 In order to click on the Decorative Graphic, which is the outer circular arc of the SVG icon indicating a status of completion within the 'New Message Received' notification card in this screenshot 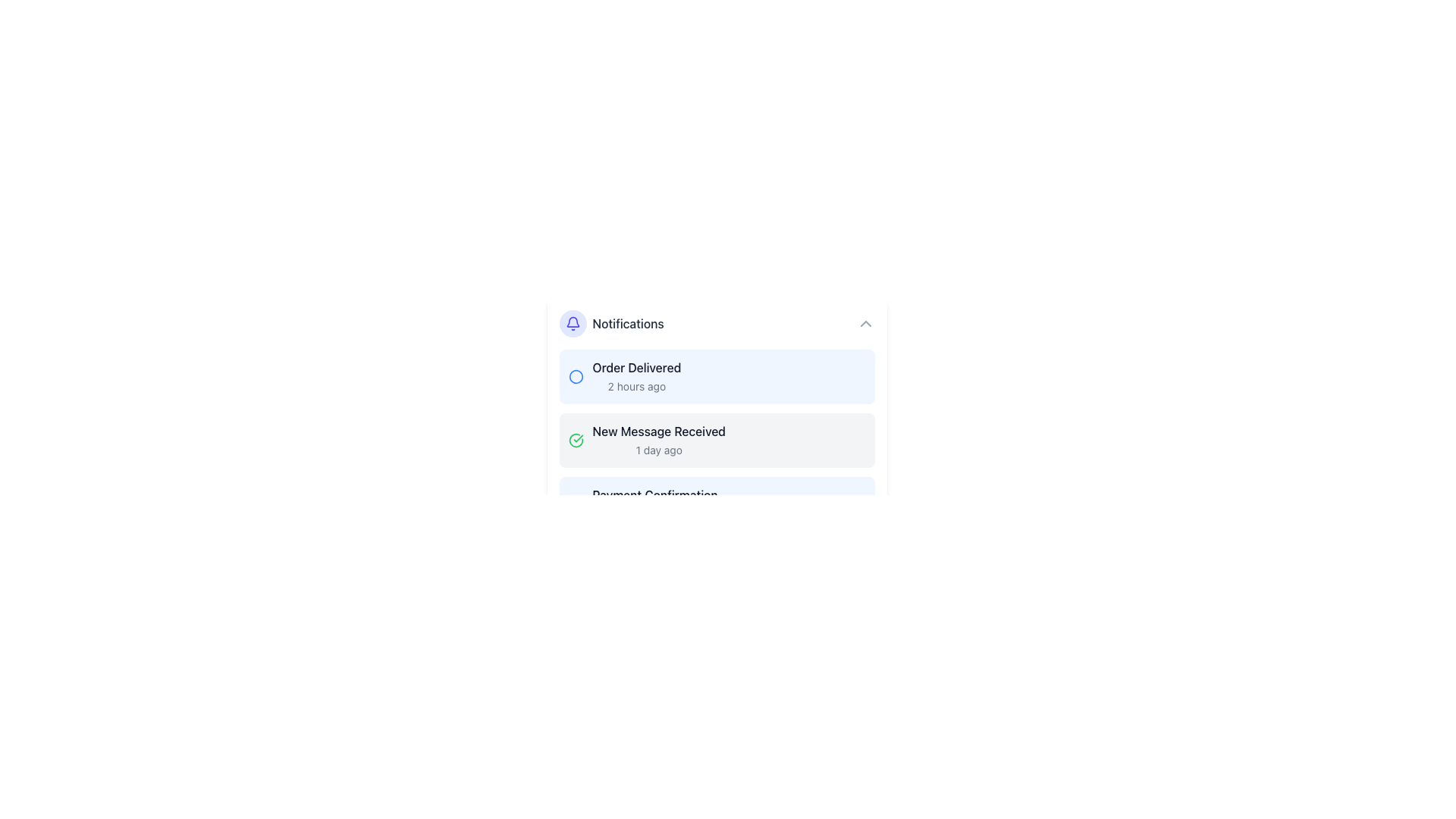, I will do `click(575, 441)`.